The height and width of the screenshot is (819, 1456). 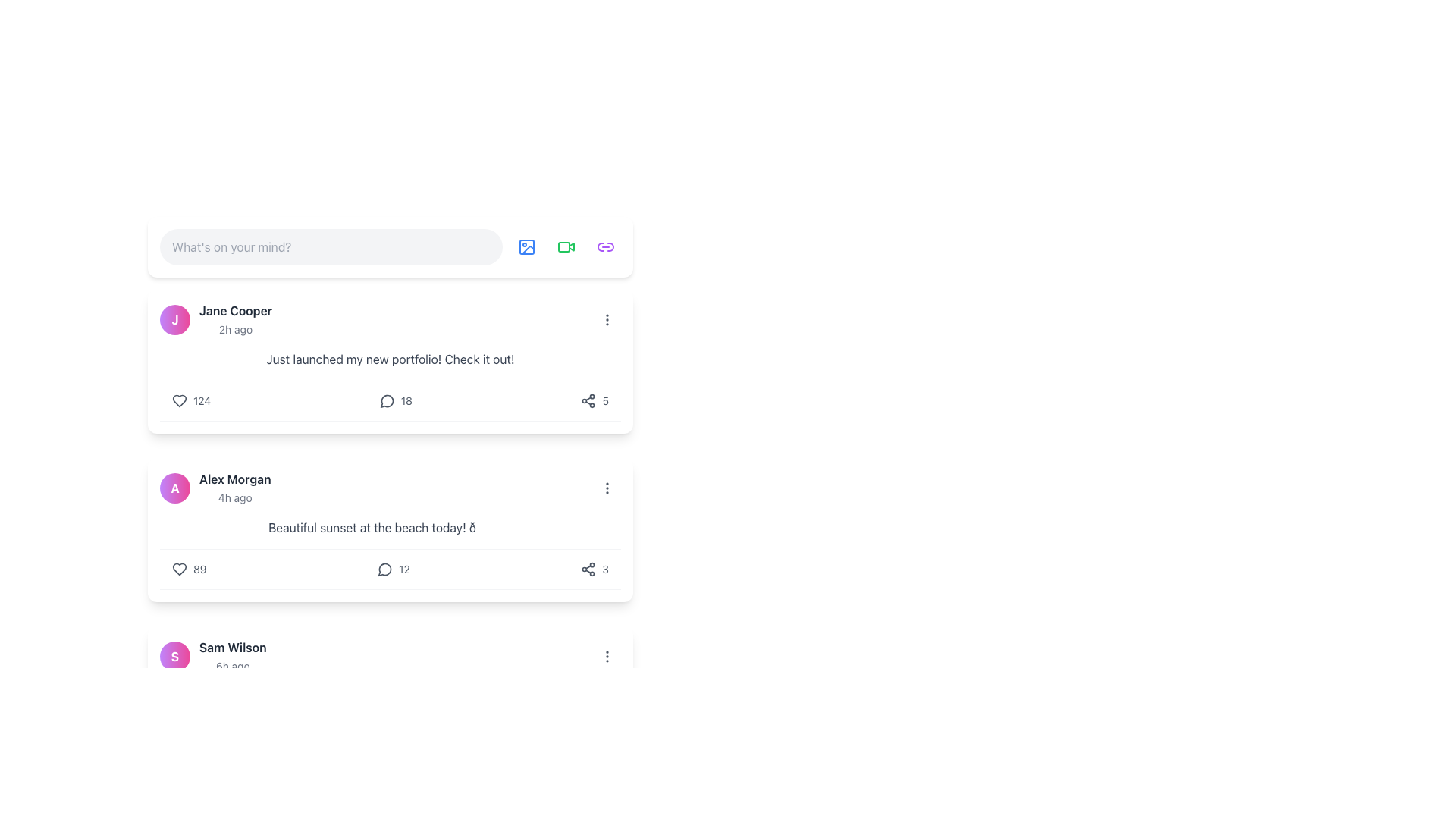 I want to click on the heart-shaped icon located in the bottom-left of the post by 'Alex Morgan', so click(x=179, y=570).